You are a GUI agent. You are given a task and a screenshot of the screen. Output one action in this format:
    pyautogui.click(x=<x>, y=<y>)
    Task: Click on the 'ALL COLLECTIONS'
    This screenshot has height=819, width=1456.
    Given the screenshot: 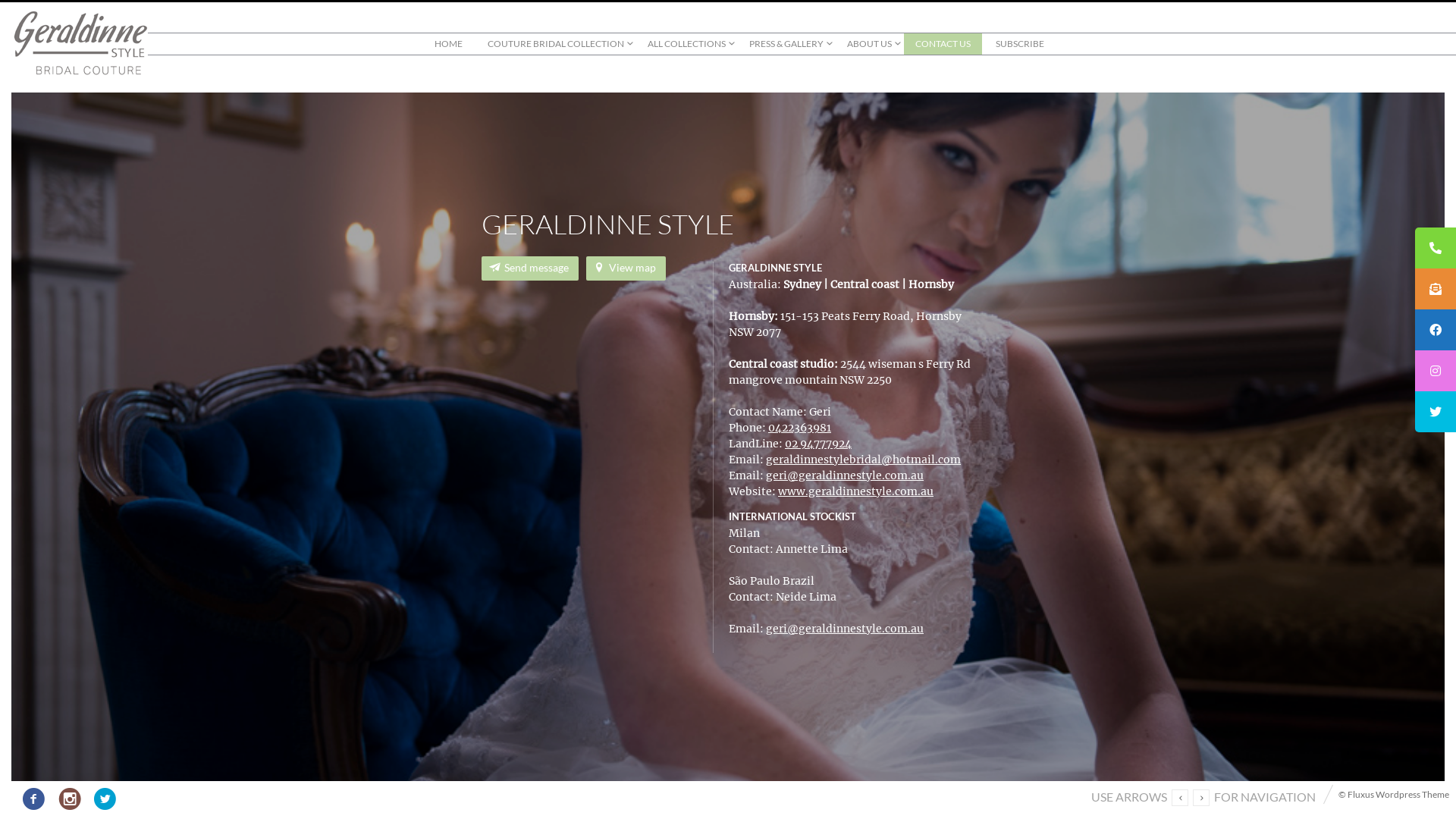 What is the action you would take?
    pyautogui.click(x=685, y=42)
    